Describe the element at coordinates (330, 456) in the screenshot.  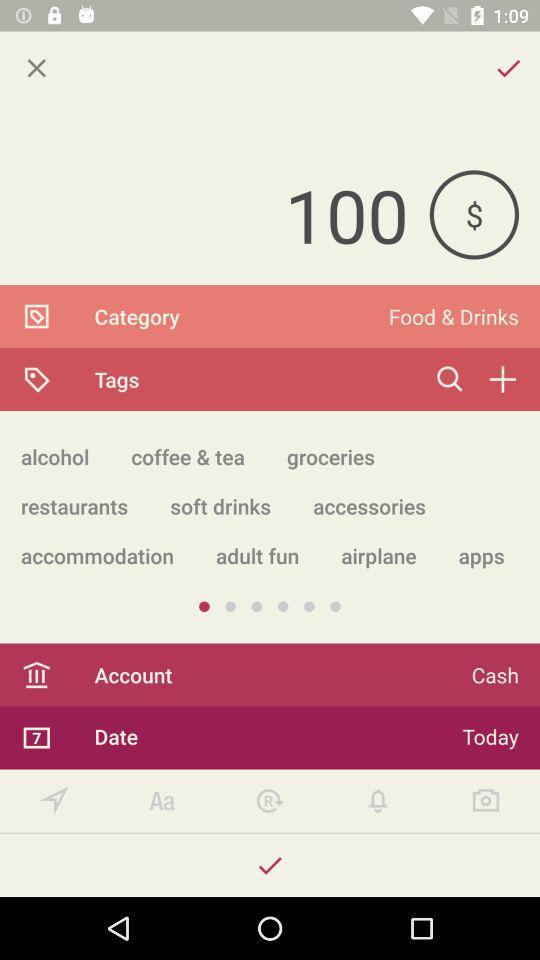
I see `app above soft drinks app` at that location.